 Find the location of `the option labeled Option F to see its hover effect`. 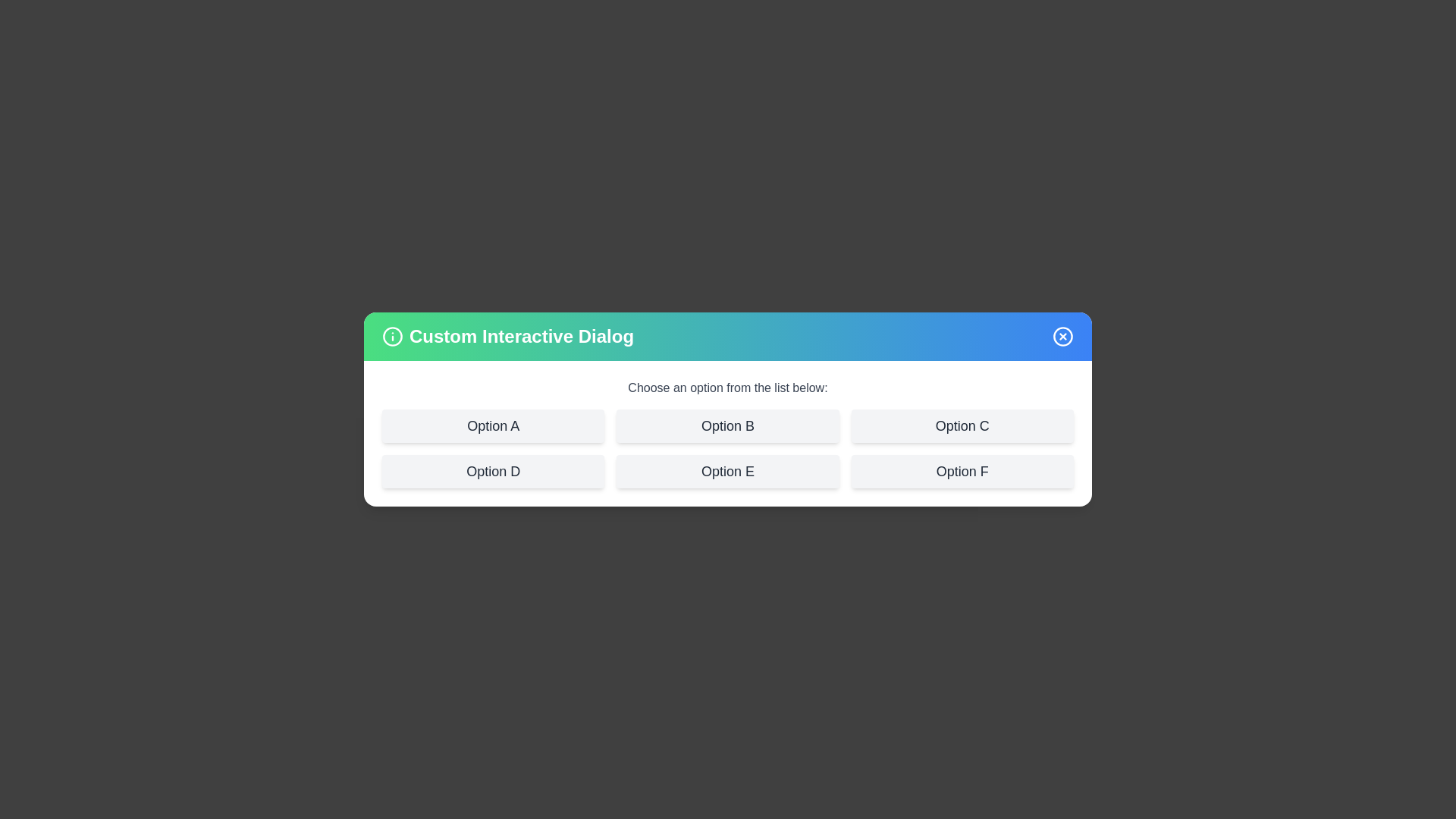

the option labeled Option F to see its hover effect is located at coordinates (962, 470).